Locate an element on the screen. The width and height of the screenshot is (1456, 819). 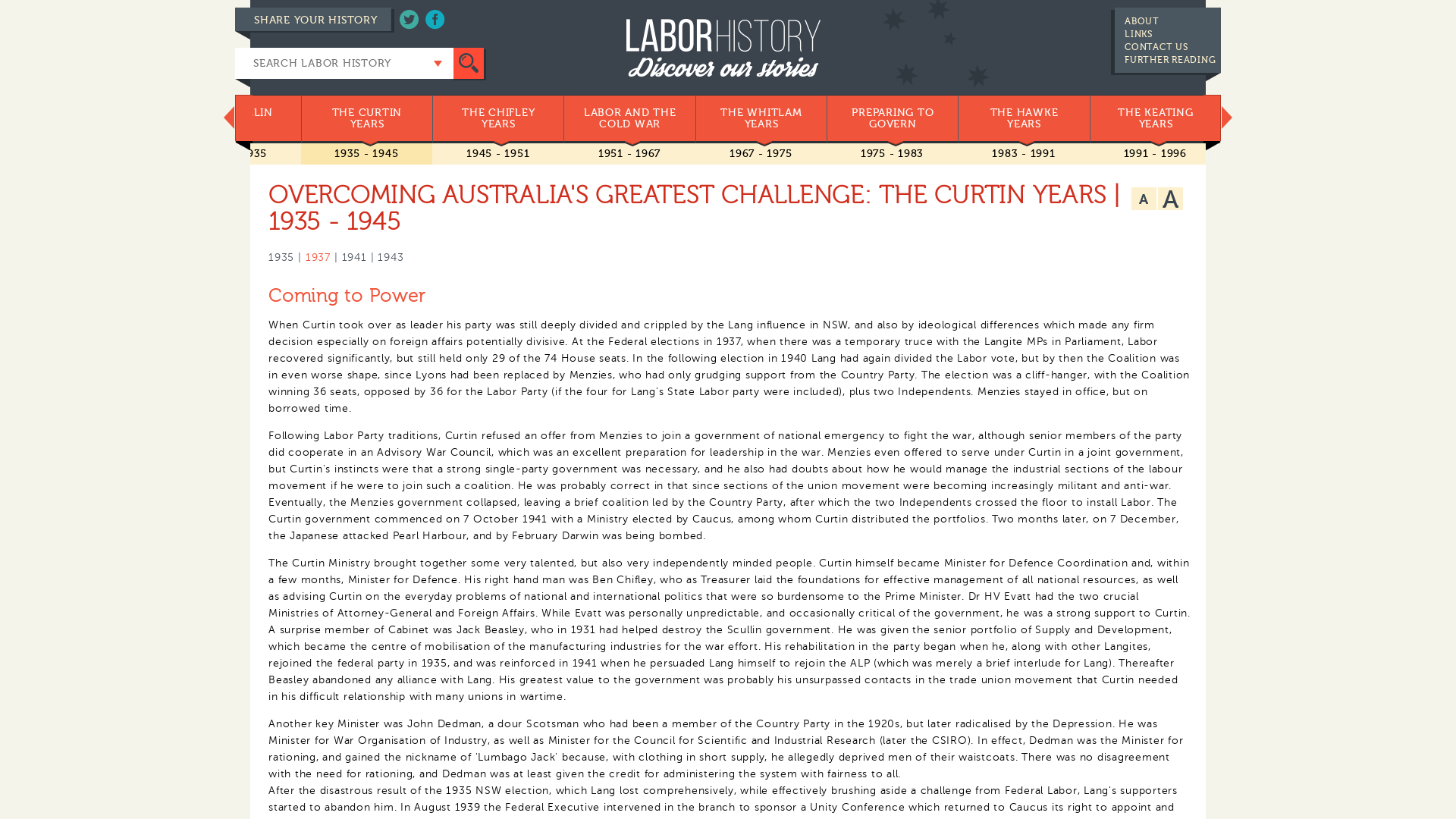
'1935' is located at coordinates (281, 256).